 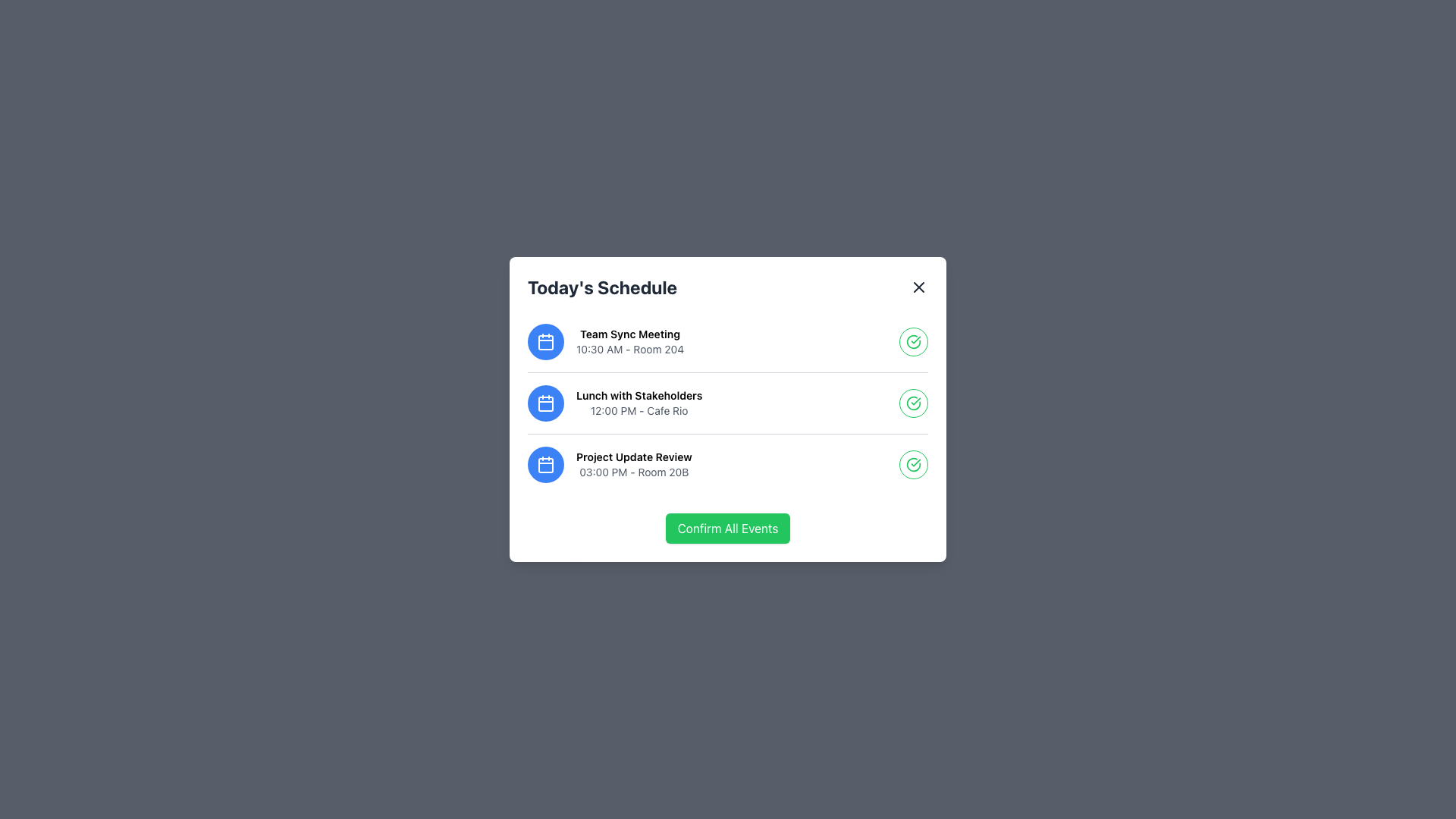 What do you see at coordinates (728, 528) in the screenshot?
I see `the green button labeled 'Confirm All Events' located at the bottom center of the 'Today's Schedule' modal to confirm all events` at bounding box center [728, 528].